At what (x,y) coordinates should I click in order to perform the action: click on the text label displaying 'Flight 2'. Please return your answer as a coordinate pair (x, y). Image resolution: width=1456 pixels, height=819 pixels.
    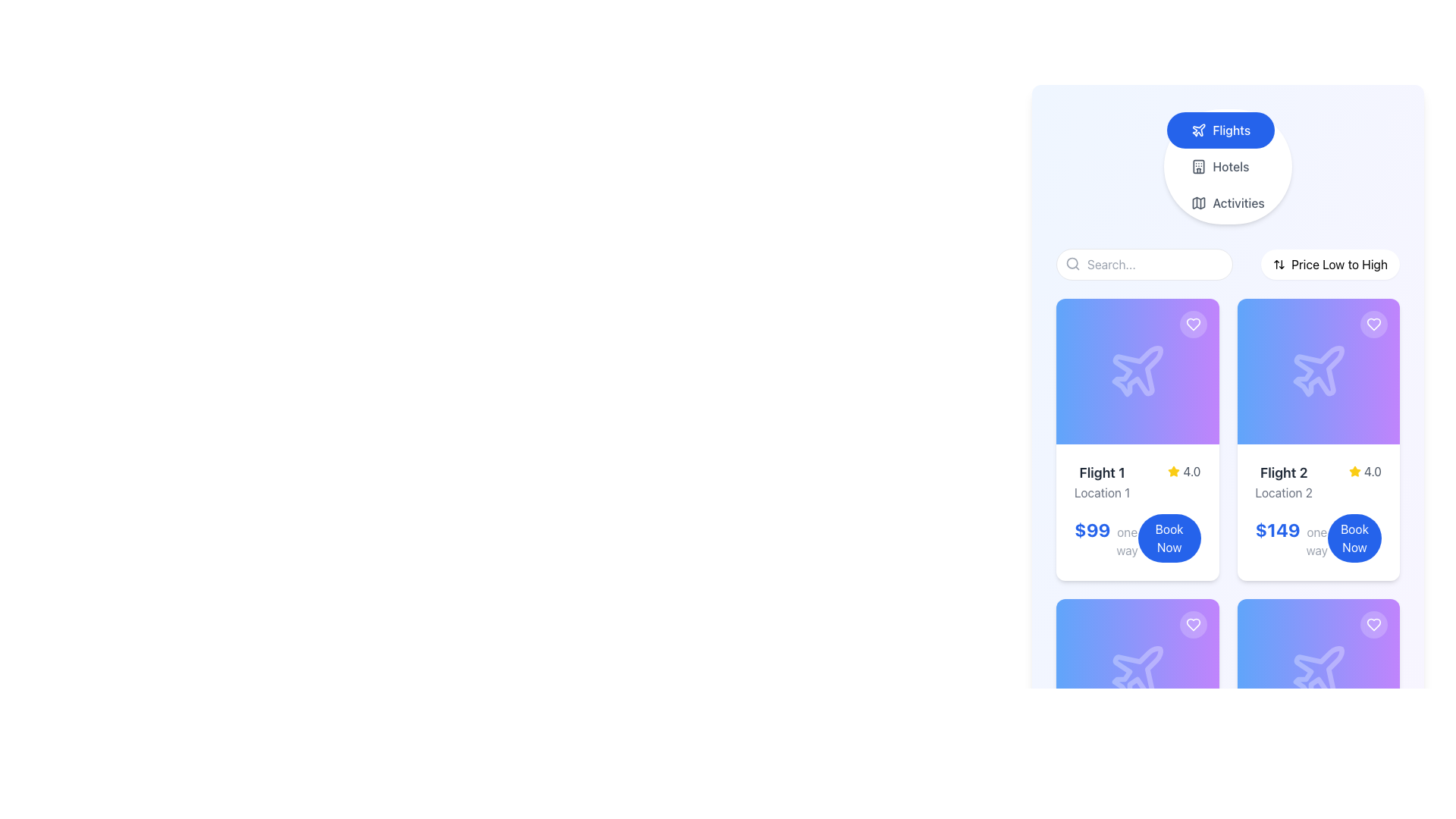
    Looking at the image, I should click on (1283, 472).